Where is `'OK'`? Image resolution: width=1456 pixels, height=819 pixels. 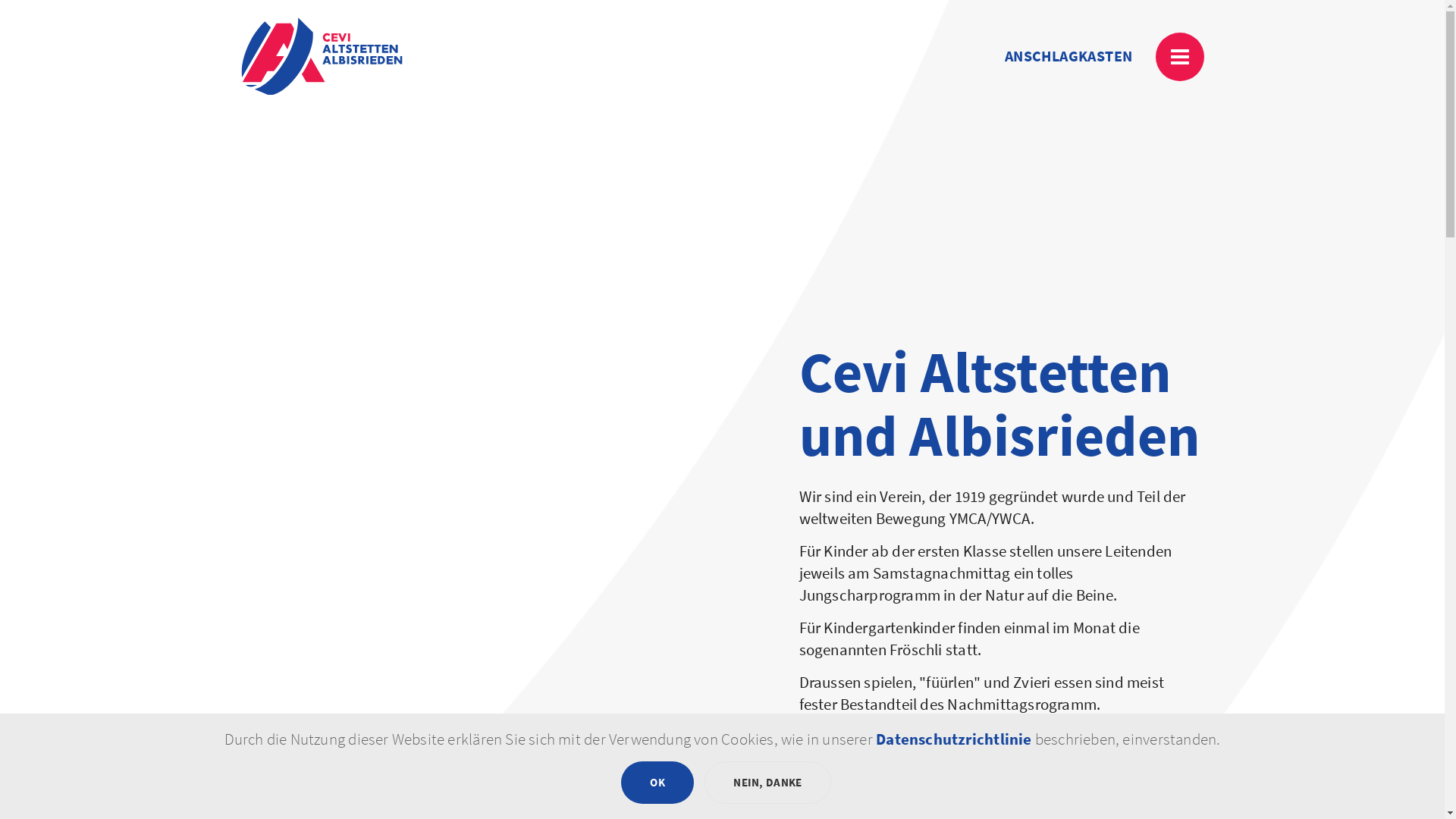
'OK' is located at coordinates (657, 783).